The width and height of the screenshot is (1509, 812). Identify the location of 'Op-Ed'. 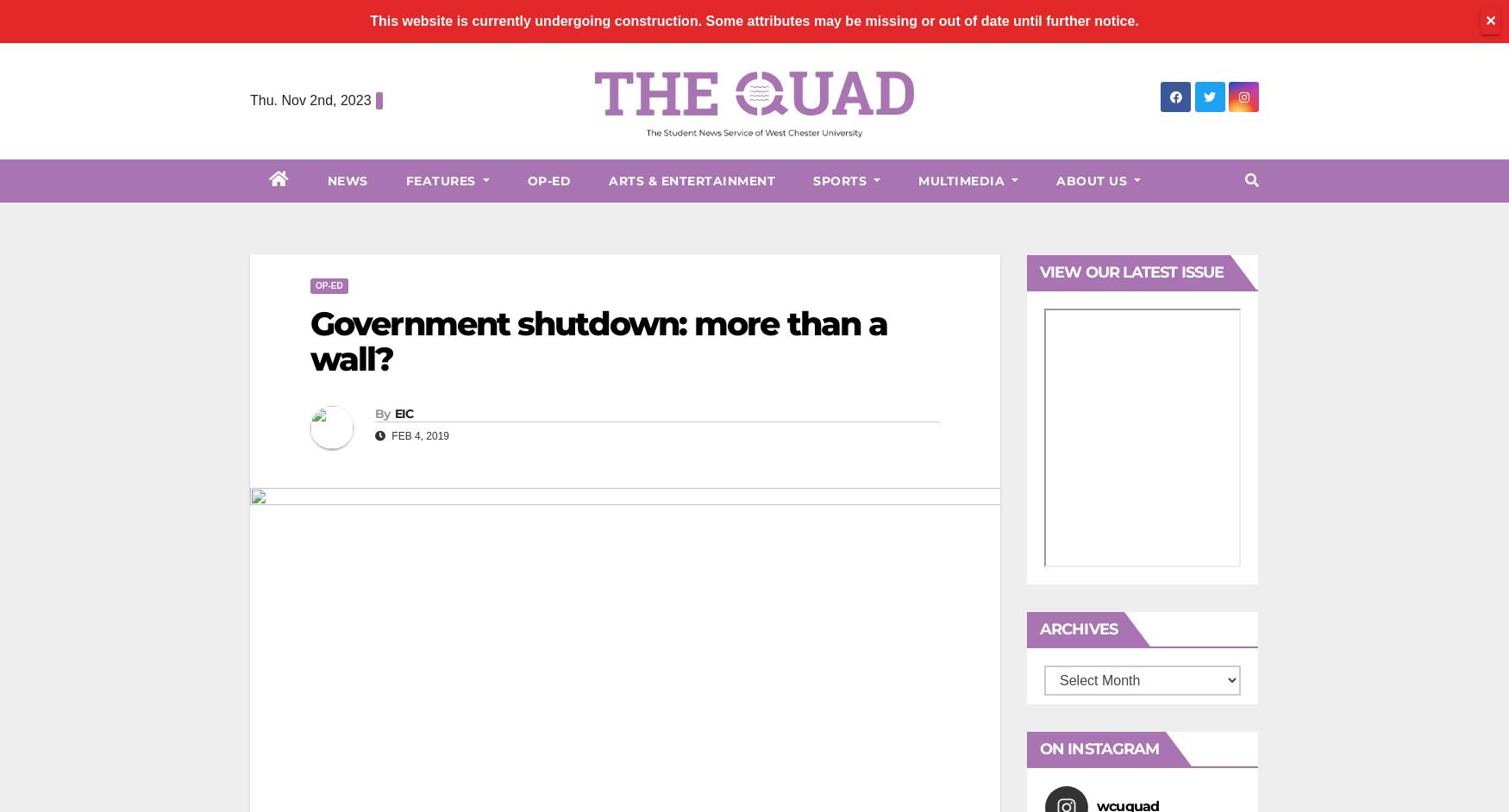
(548, 180).